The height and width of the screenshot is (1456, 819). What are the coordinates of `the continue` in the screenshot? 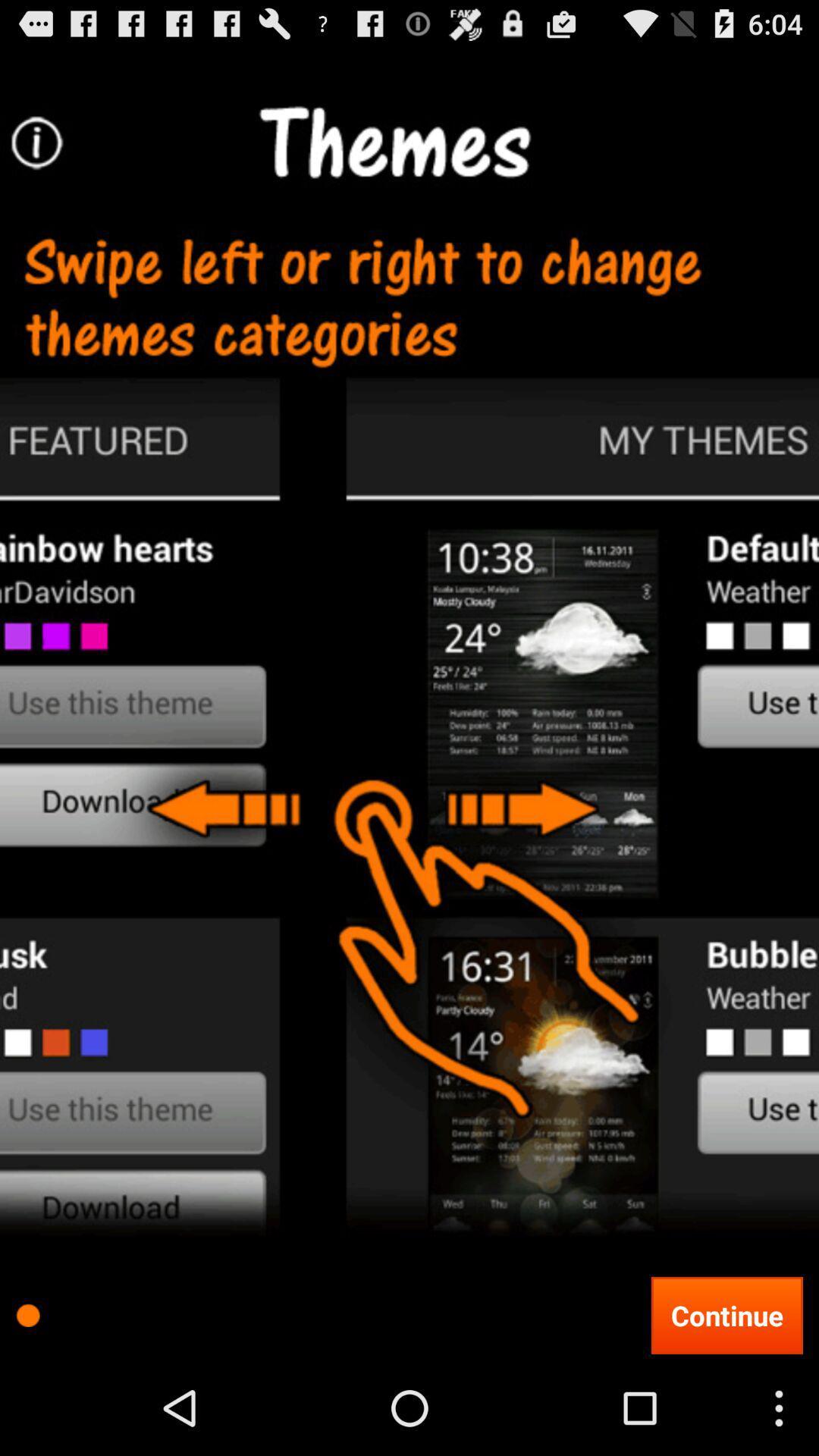 It's located at (726, 1314).